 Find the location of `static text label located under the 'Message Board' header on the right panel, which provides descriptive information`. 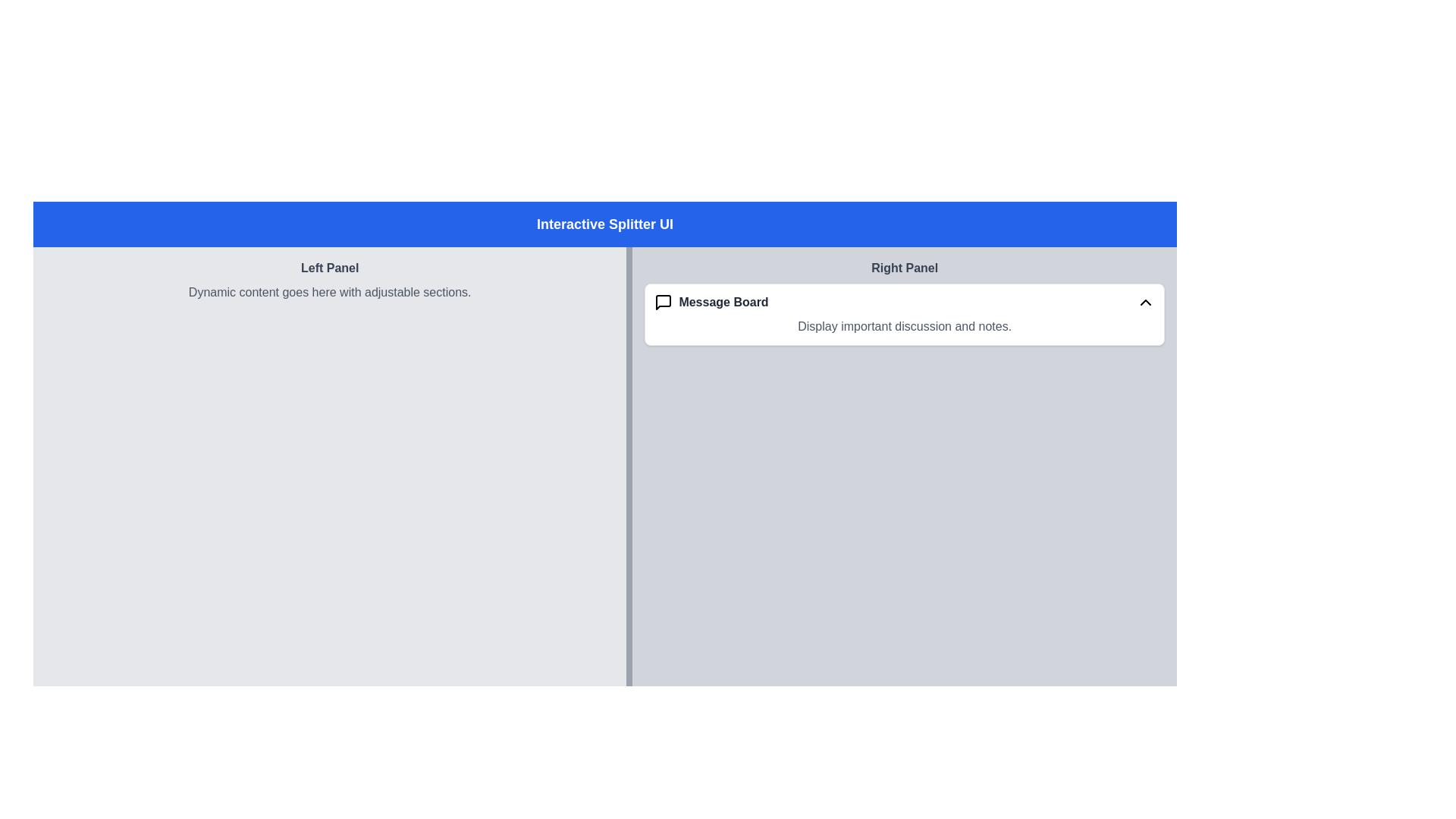

static text label located under the 'Message Board' header on the right panel, which provides descriptive information is located at coordinates (905, 326).